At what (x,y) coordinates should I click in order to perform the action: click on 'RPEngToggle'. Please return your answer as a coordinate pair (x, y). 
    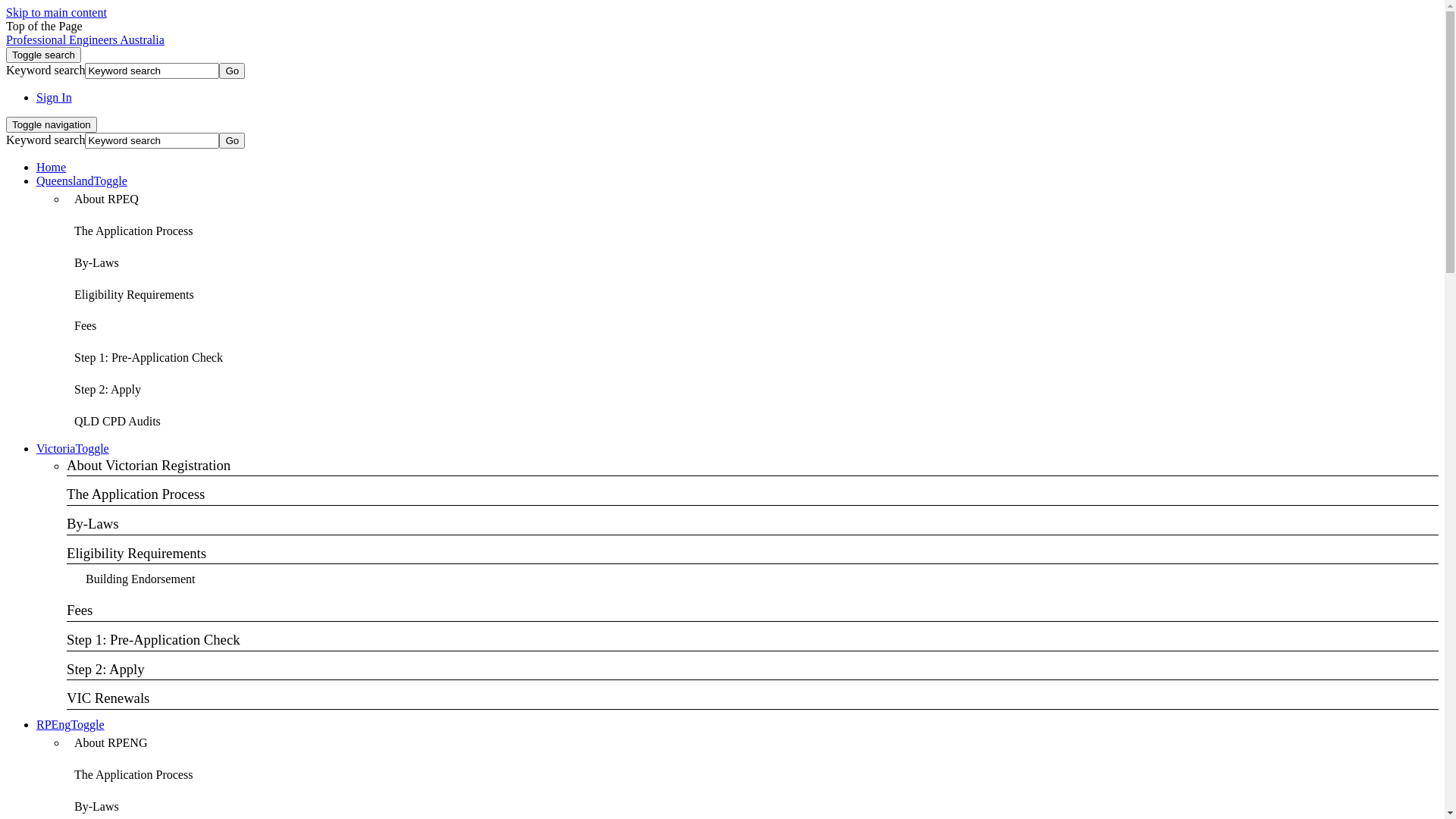
    Looking at the image, I should click on (69, 723).